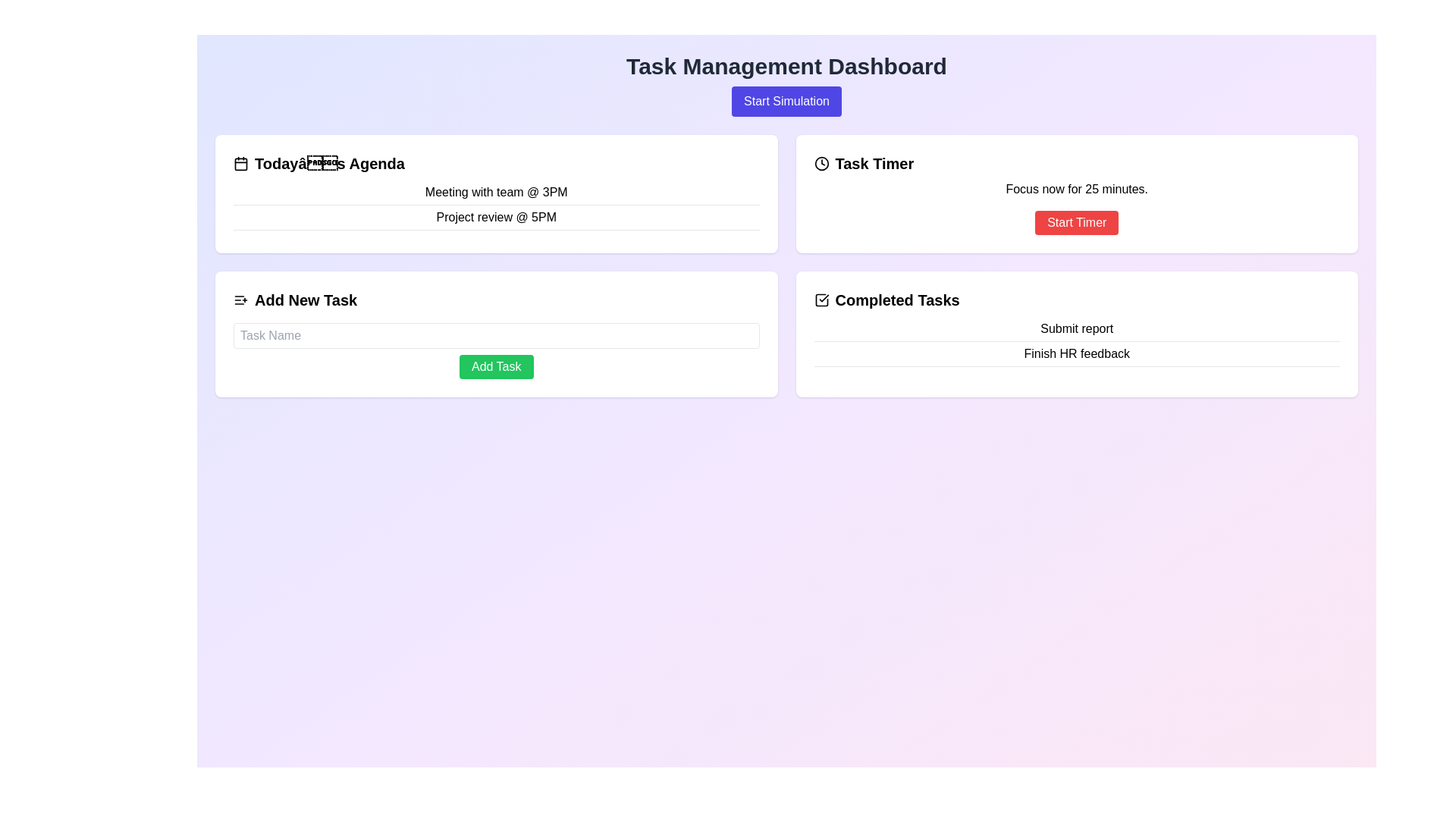 The height and width of the screenshot is (819, 1456). Describe the element at coordinates (1076, 354) in the screenshot. I see `the second task in the 'Completed Tasks' section, which displays the title of a completed task, positioned below 'Submit report.'` at that location.